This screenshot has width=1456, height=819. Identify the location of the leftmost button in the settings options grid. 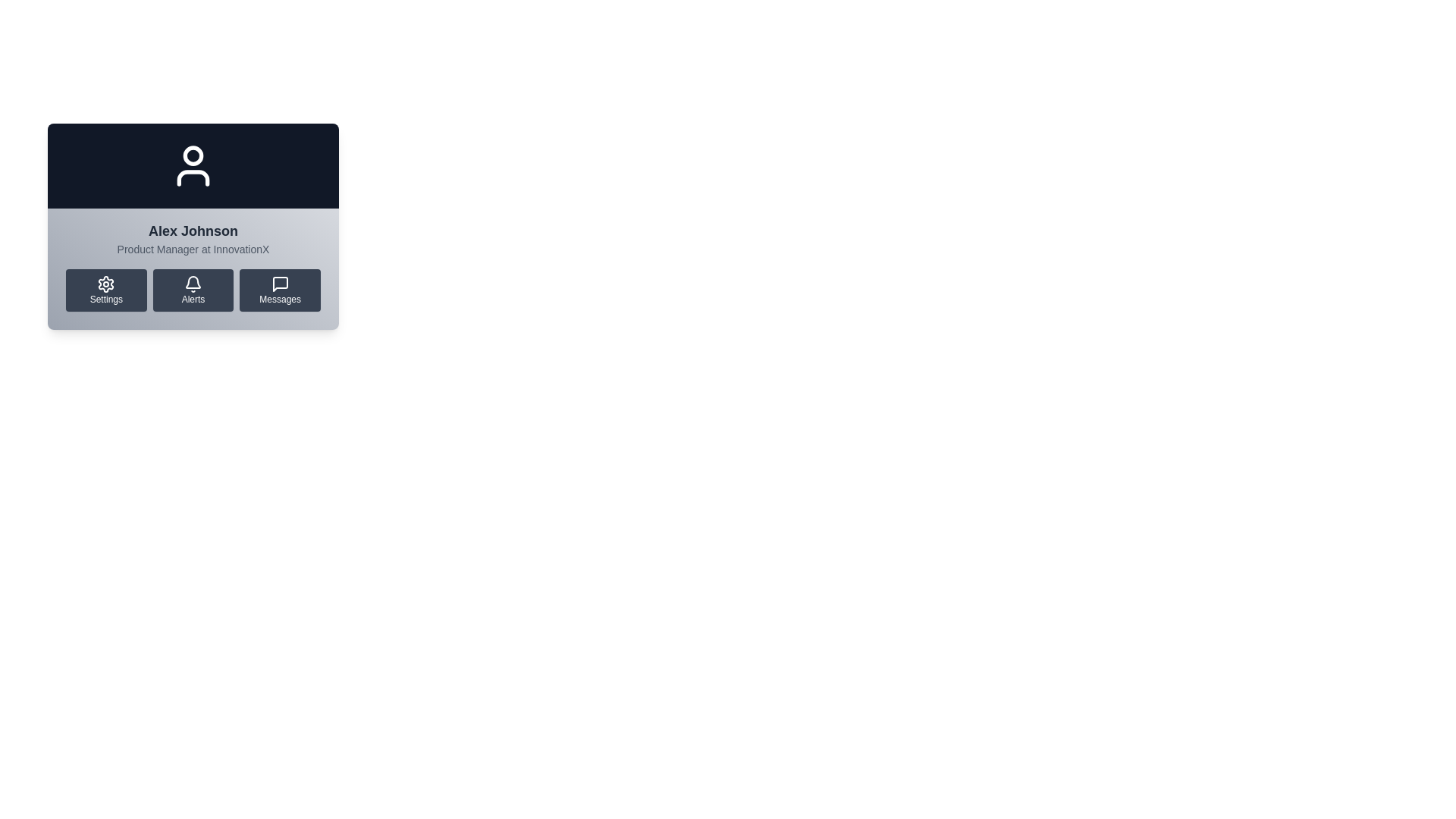
(105, 290).